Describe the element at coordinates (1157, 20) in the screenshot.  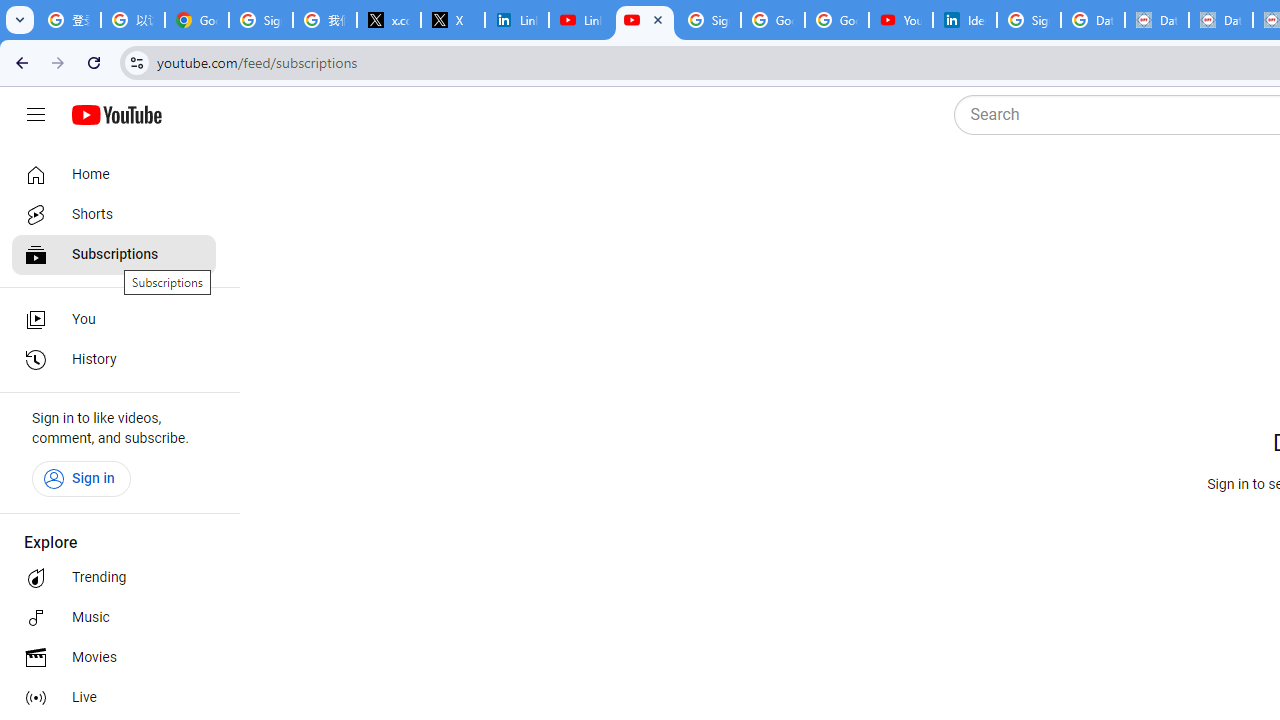
I see `'Data Privacy Framework'` at that location.